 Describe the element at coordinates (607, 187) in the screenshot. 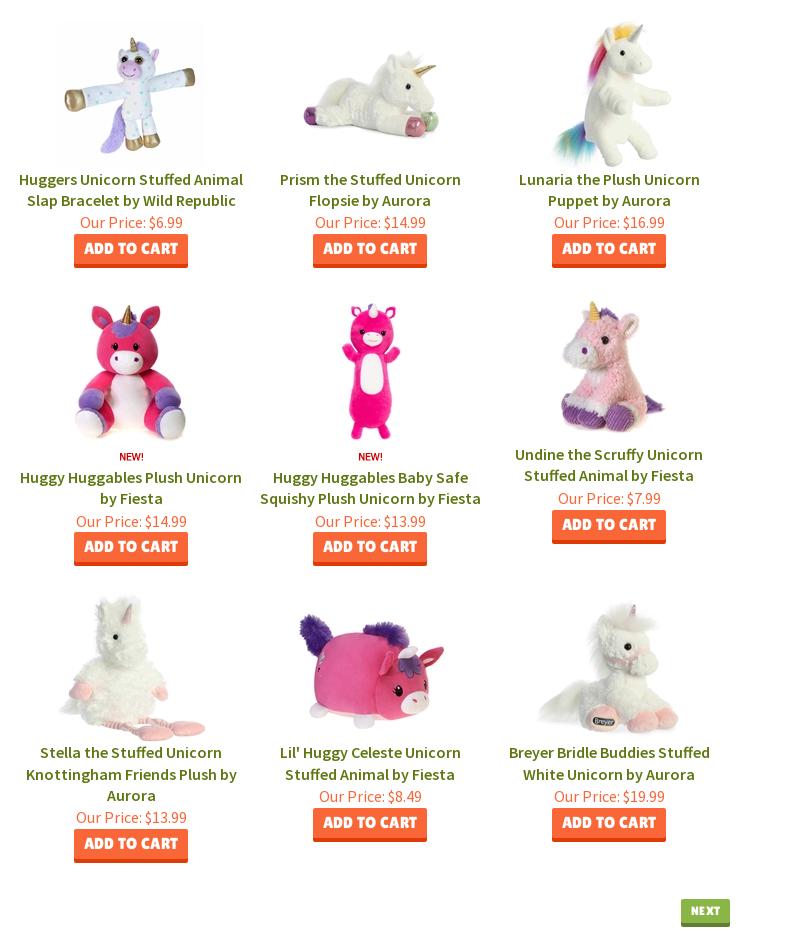

I see `'Lunaria the Plush Unicorn Puppet by Aurora'` at that location.